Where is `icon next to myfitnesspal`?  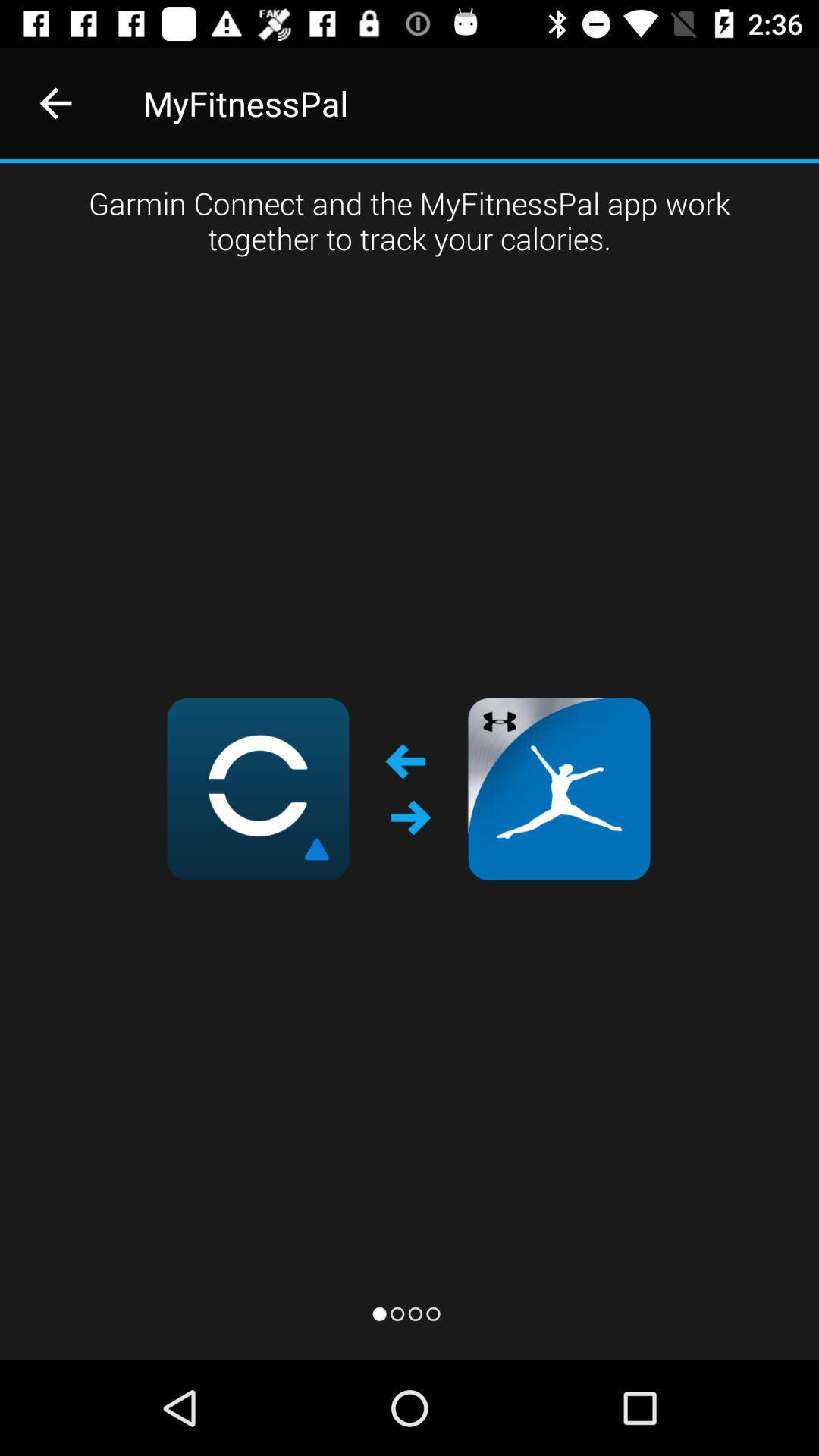
icon next to myfitnesspal is located at coordinates (55, 102).